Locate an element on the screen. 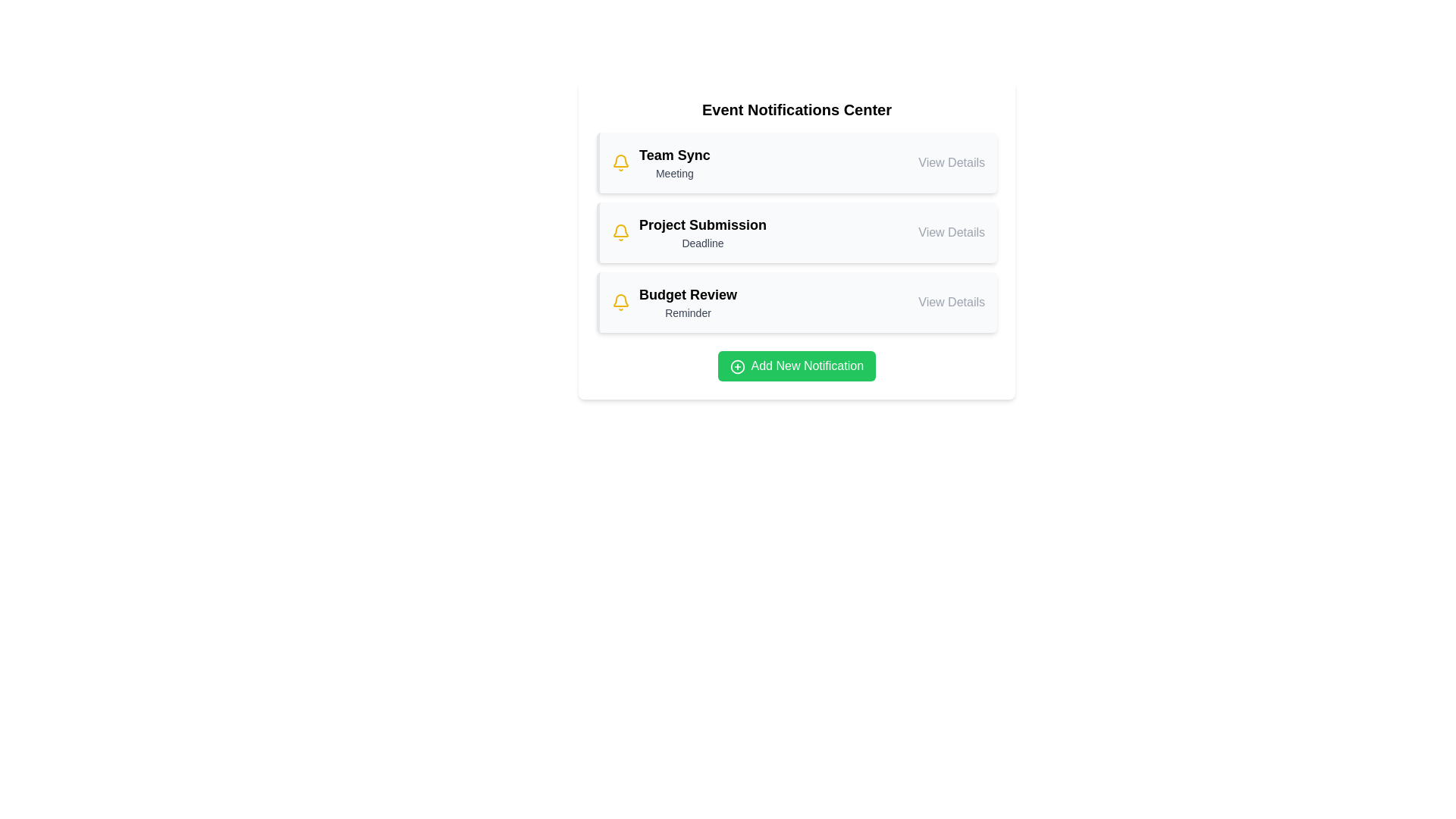  the informational text component displaying the notification title 'Project Submission' and its associated category 'Deadline', which is the second notification in the 'Event Notifications Center' is located at coordinates (701, 233).